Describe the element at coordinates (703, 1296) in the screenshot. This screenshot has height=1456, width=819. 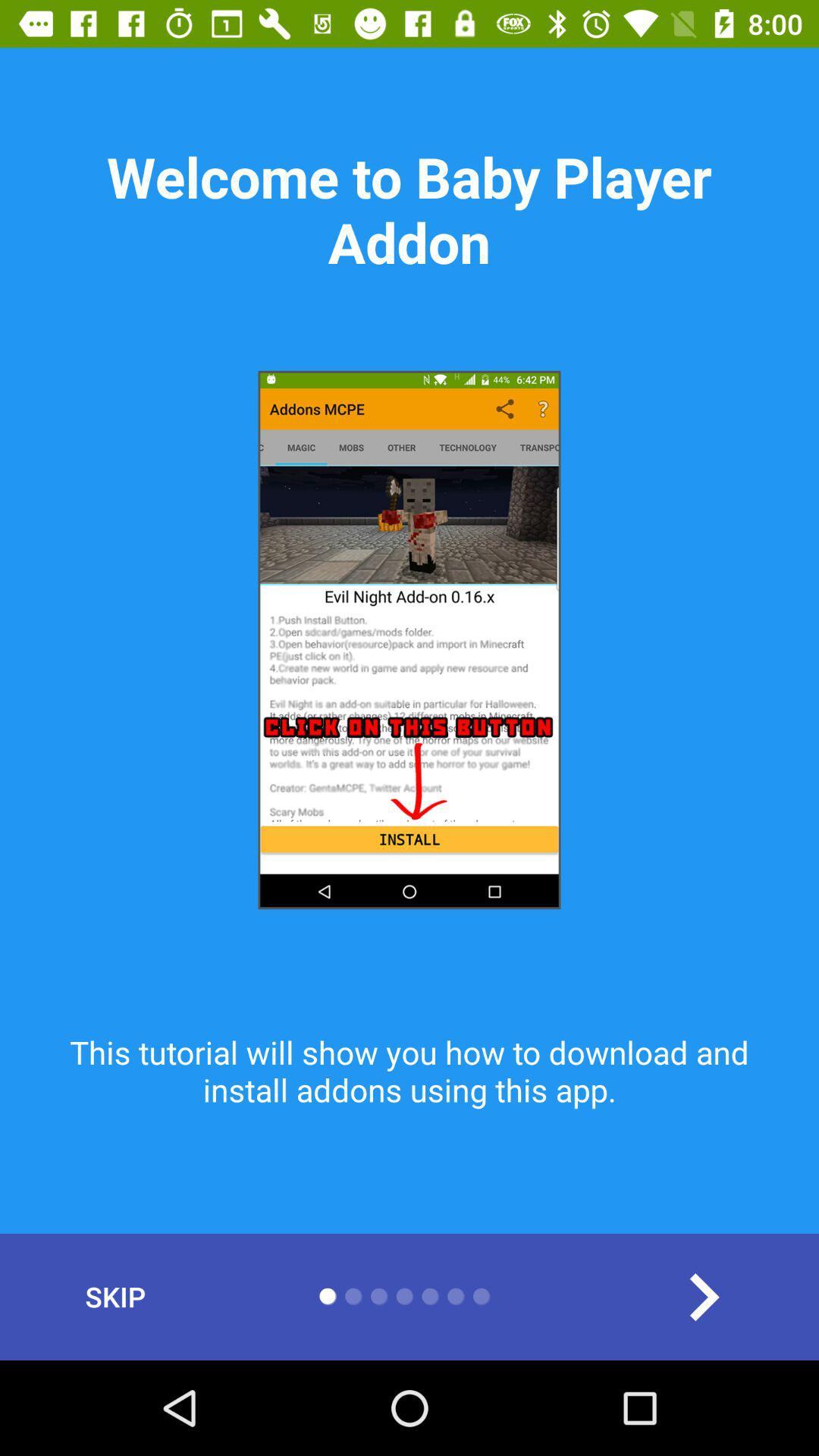
I see `the arrow_forward icon` at that location.